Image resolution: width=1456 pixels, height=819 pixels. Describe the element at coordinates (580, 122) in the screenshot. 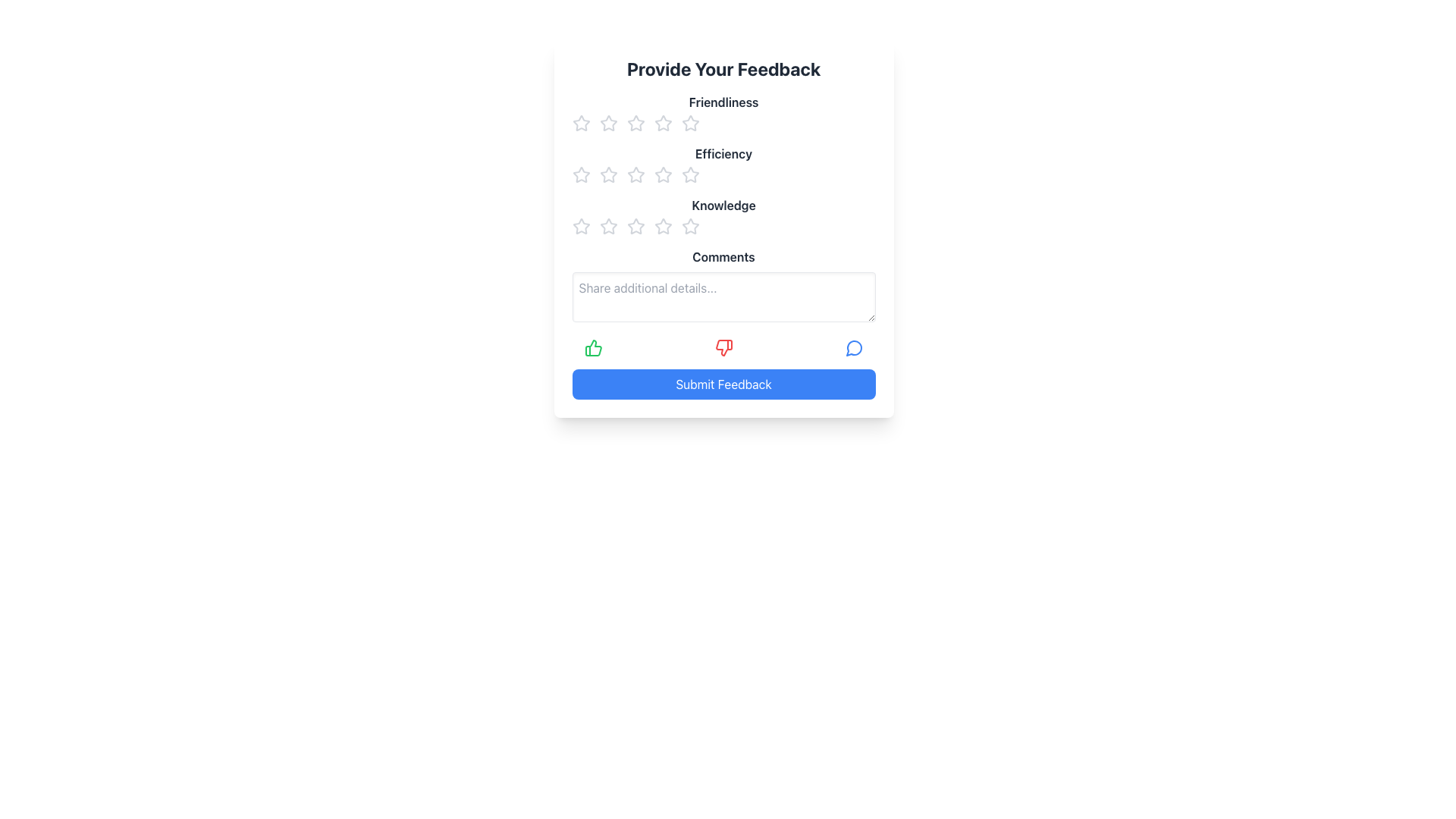

I see `the leftmost star icon in the 'Friendliness' rating section` at that location.